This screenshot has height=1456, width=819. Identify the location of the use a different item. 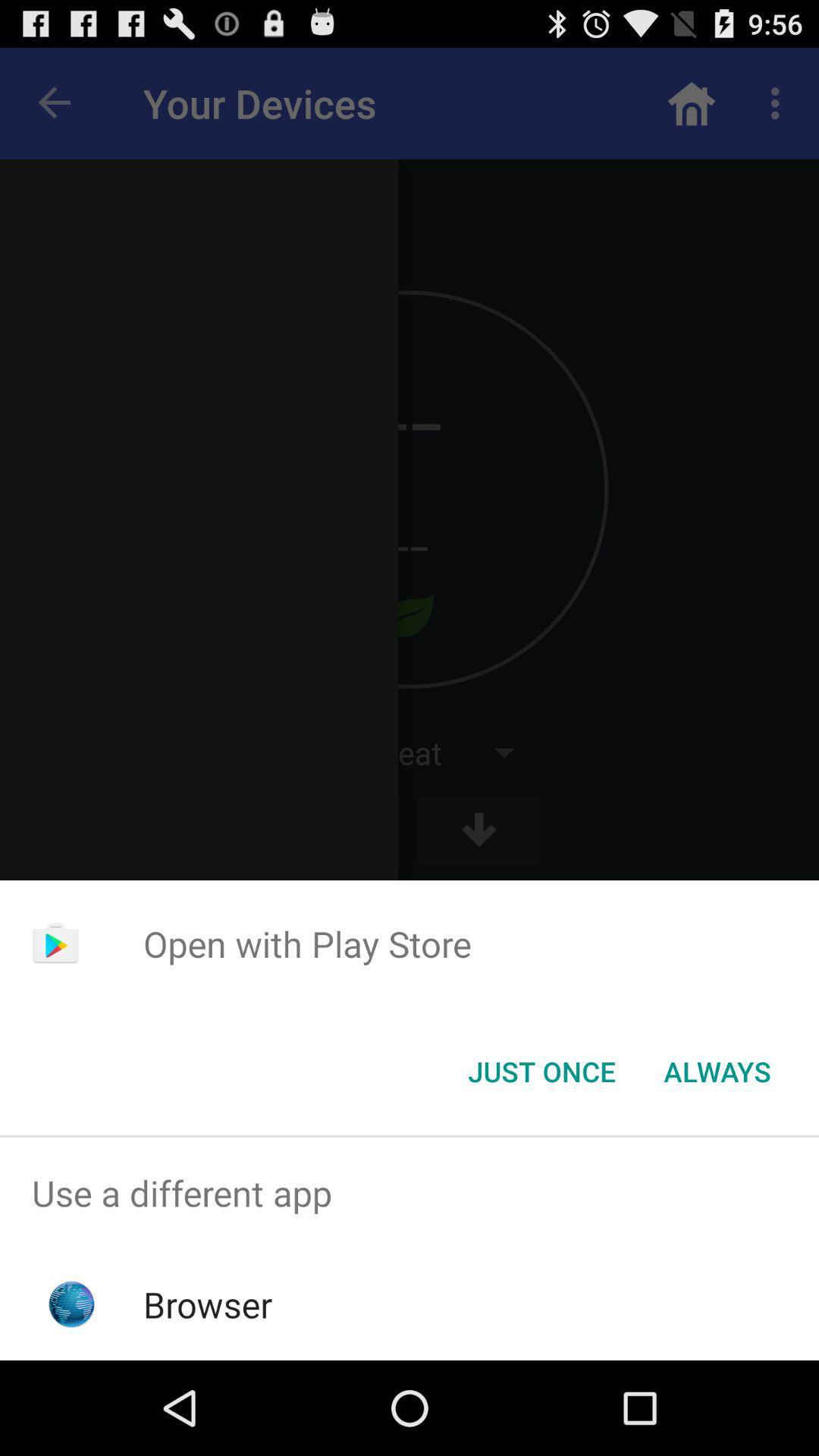
(409, 1192).